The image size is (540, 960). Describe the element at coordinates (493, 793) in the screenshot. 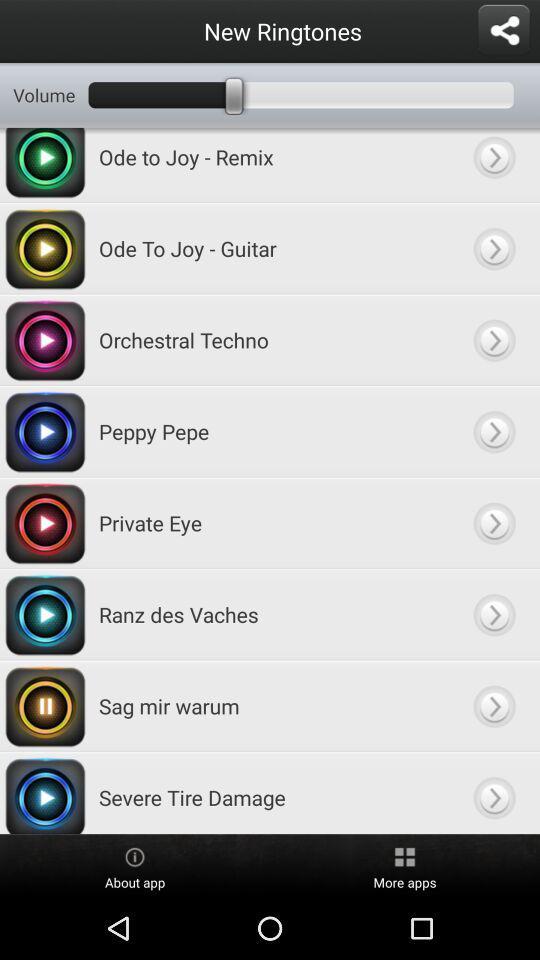

I see `fackward` at that location.